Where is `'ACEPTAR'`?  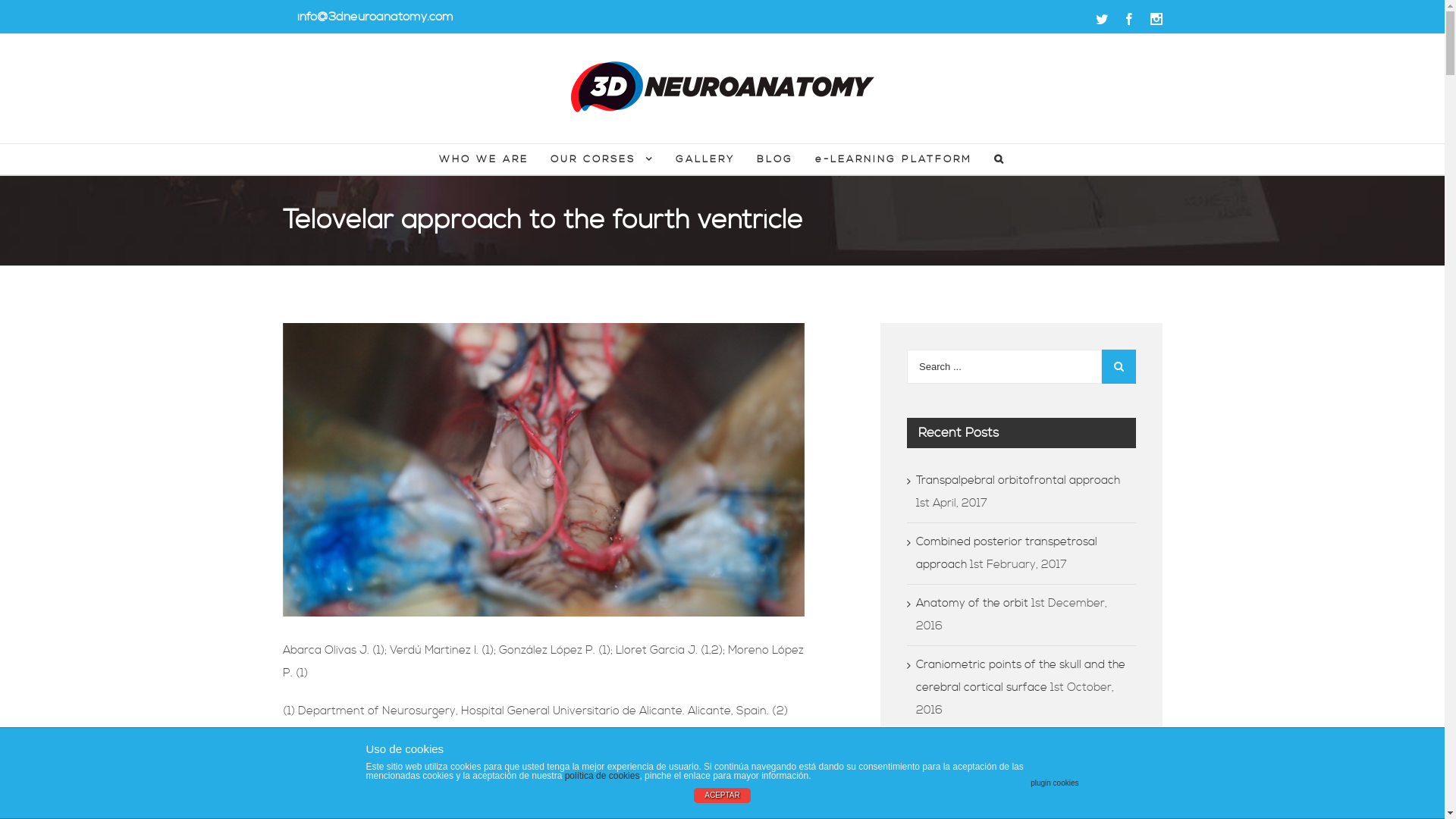 'ACEPTAR' is located at coordinates (721, 795).